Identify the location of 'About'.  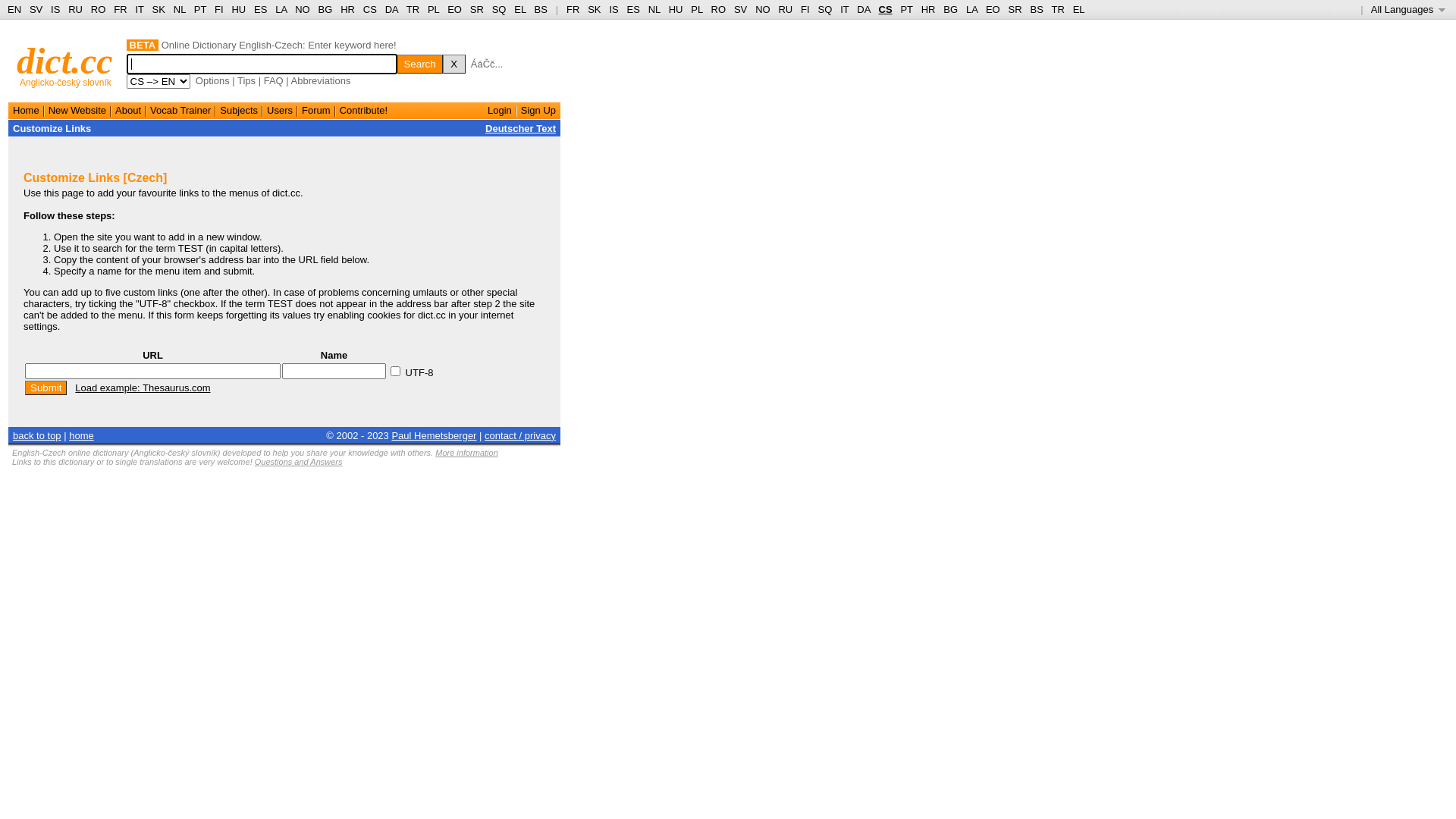
(127, 109).